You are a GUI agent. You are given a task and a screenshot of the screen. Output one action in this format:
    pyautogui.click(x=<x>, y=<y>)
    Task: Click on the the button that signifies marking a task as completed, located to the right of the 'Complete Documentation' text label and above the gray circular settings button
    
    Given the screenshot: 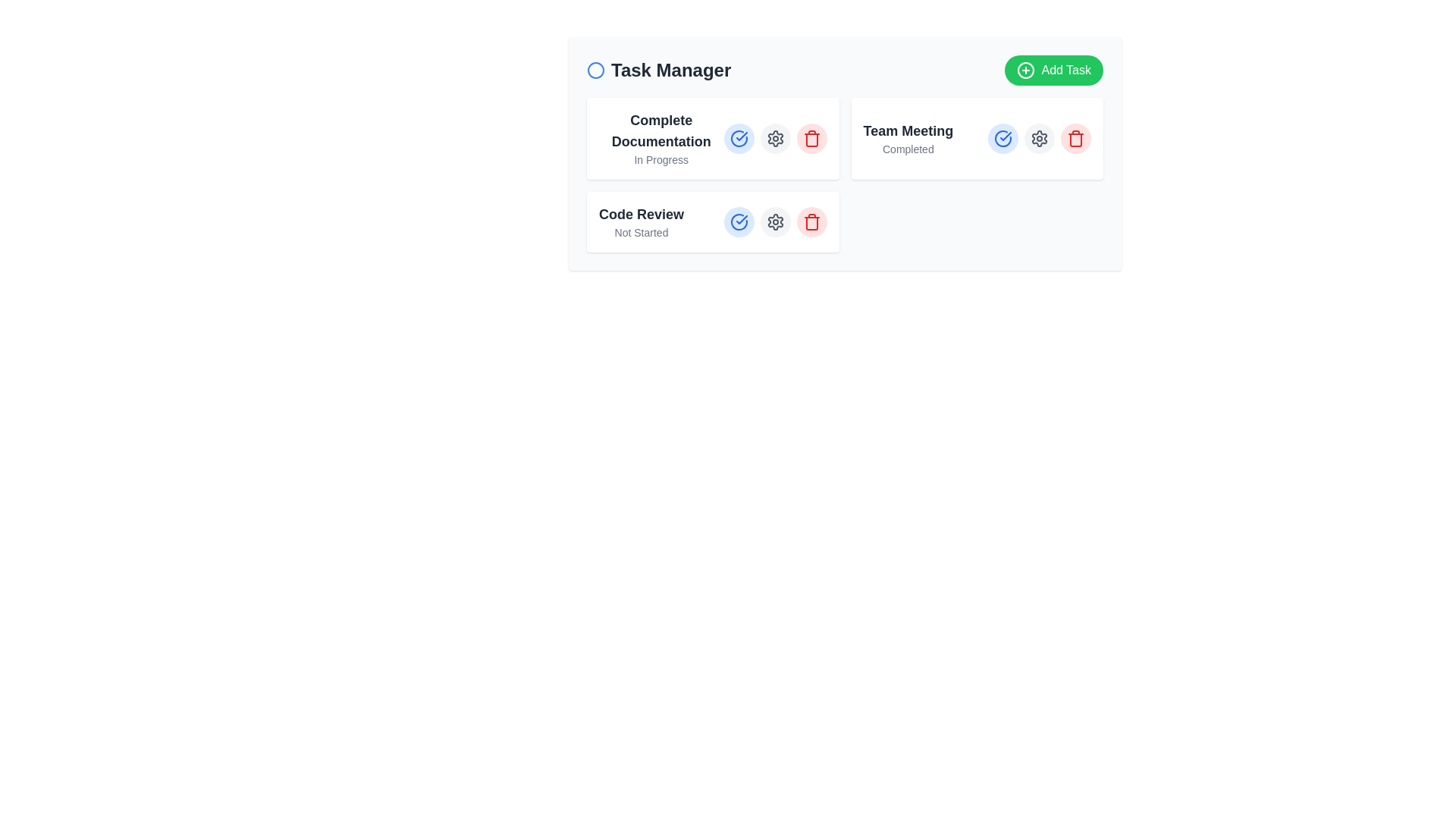 What is the action you would take?
    pyautogui.click(x=739, y=138)
    